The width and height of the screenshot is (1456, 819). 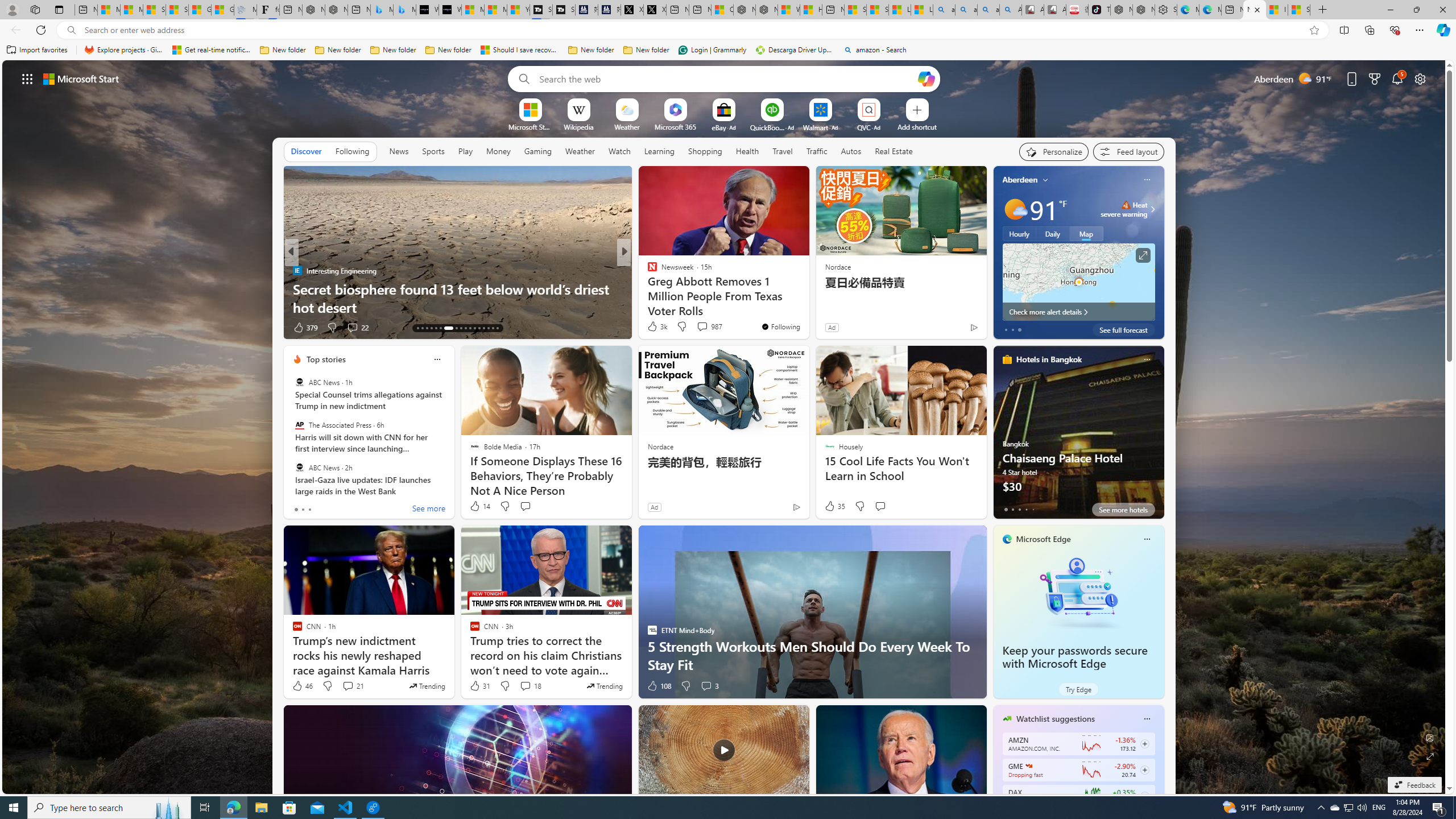 What do you see at coordinates (37, 49) in the screenshot?
I see `'Import favorites'` at bounding box center [37, 49].